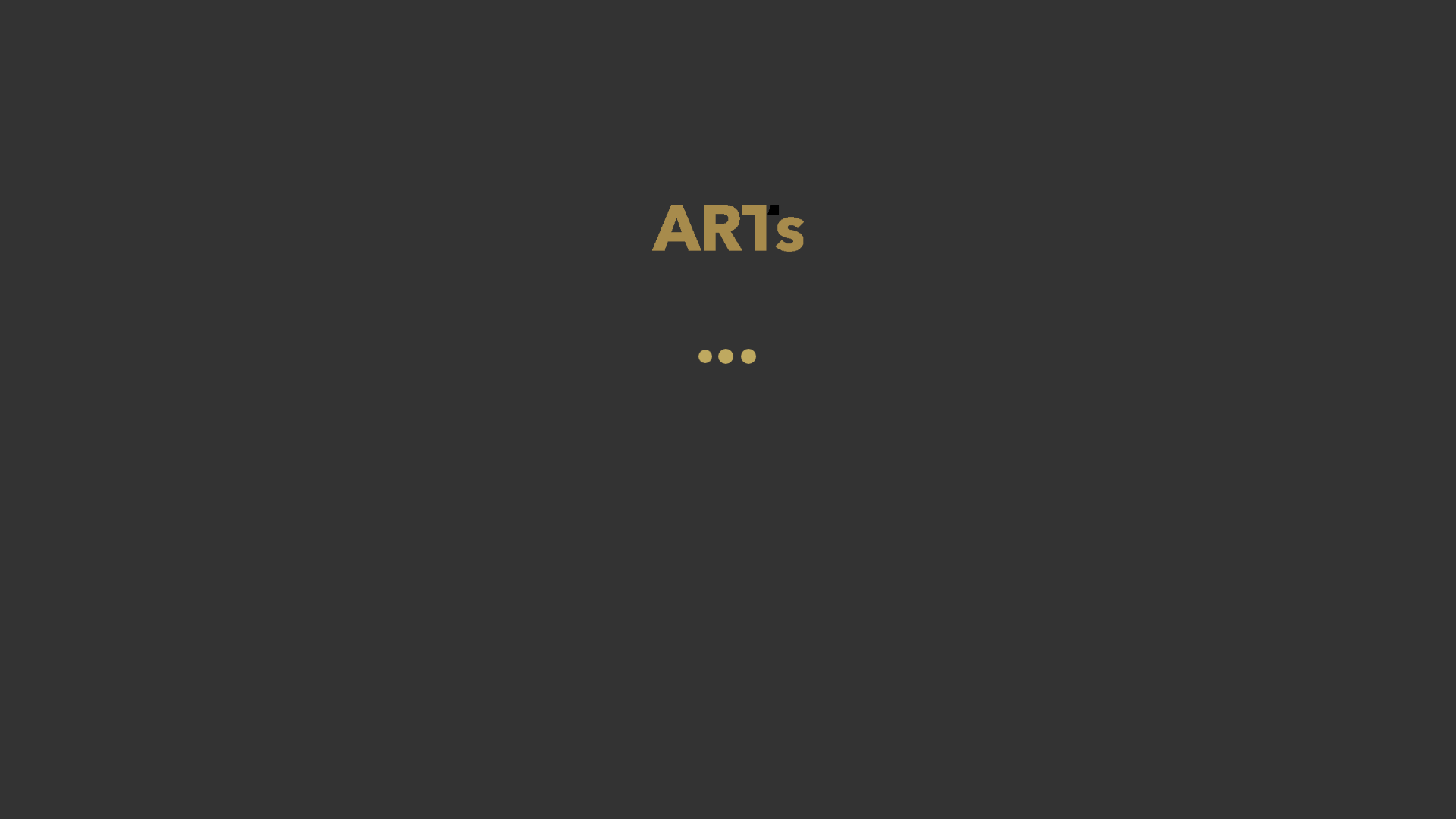 The image size is (1456, 819). I want to click on 'Angebote', so click(640, 36).